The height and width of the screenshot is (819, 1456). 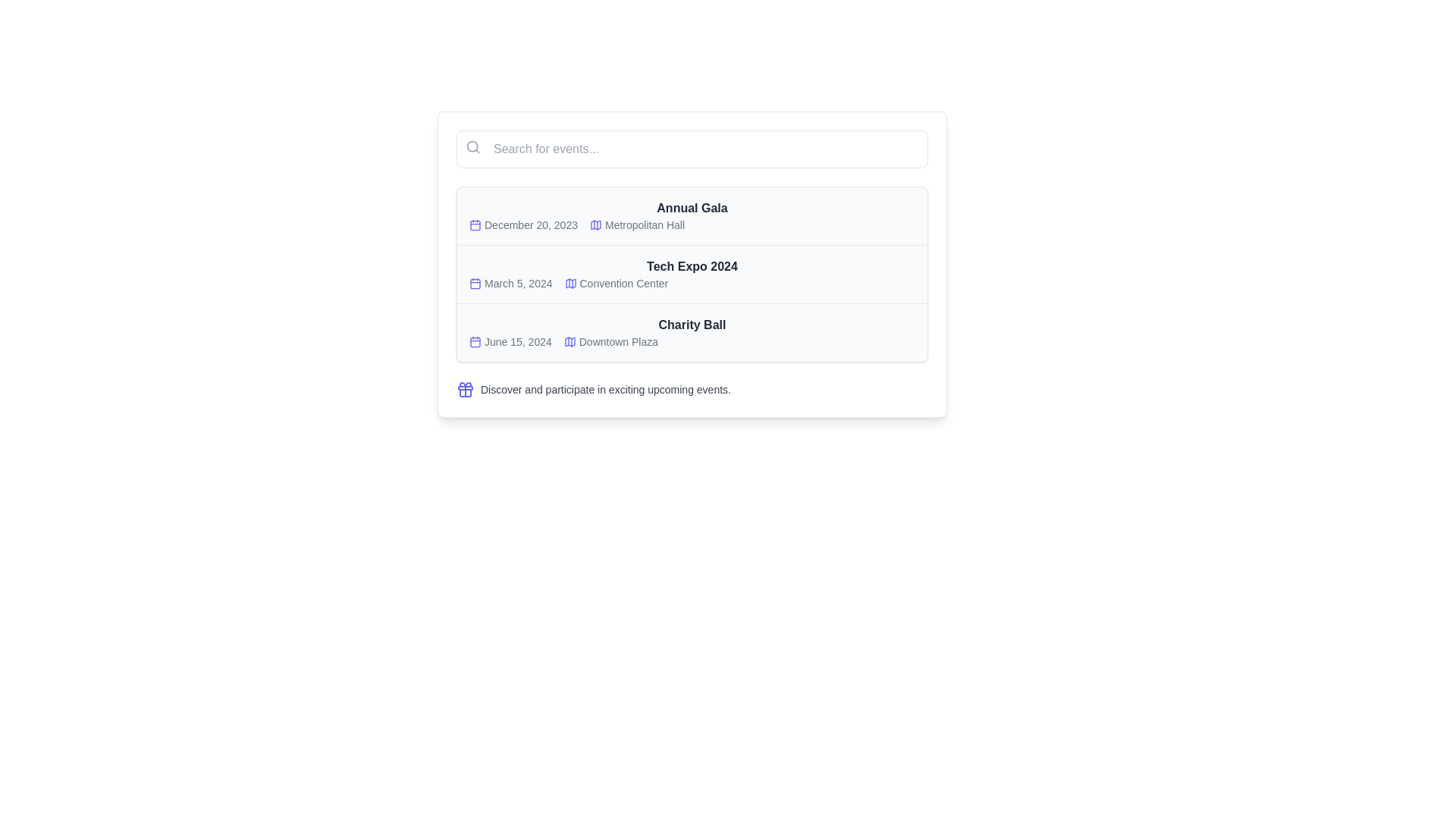 What do you see at coordinates (465, 388) in the screenshot?
I see `the decorative icon located on the left side of the text segment that describes participating in events` at bounding box center [465, 388].